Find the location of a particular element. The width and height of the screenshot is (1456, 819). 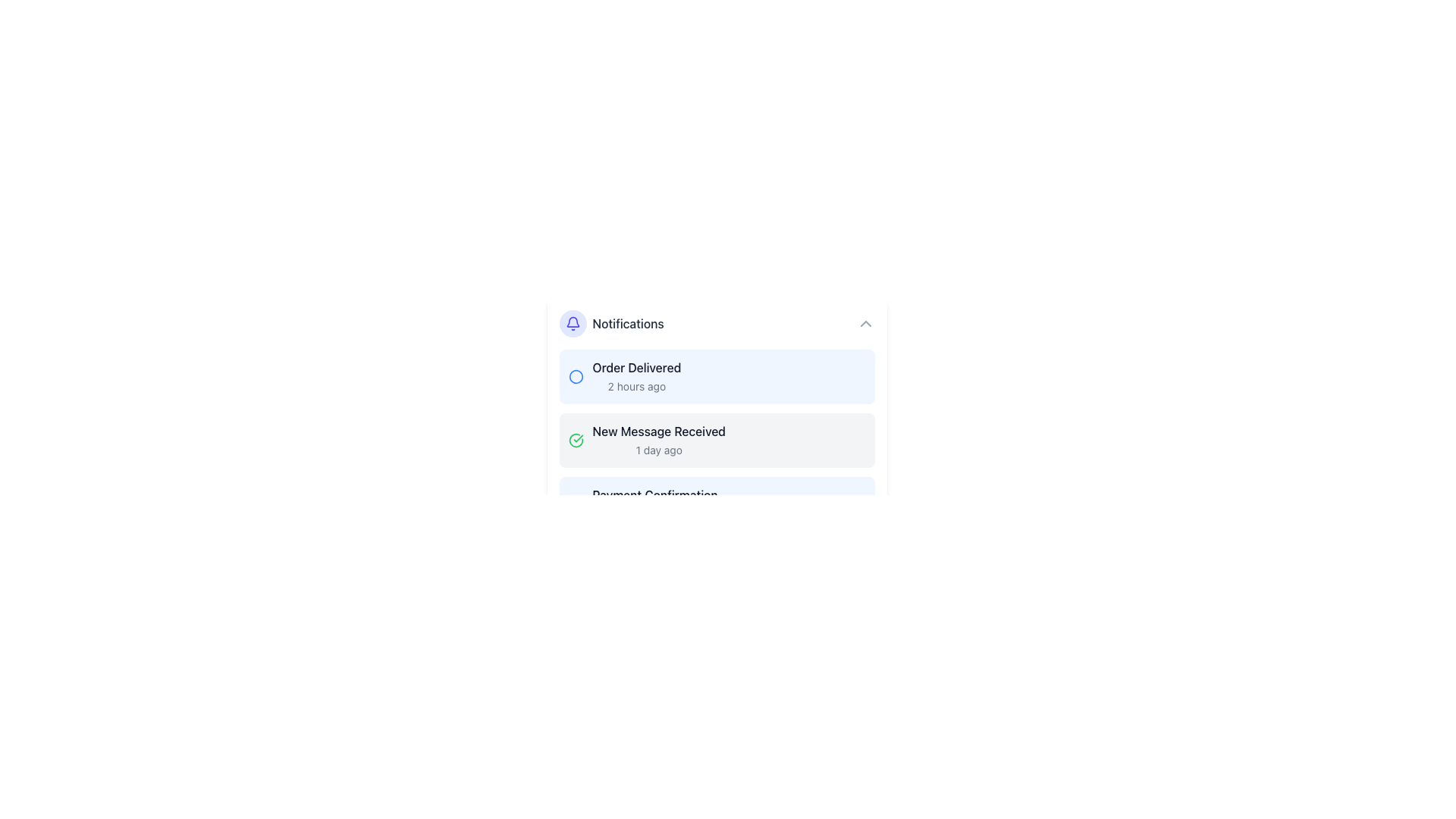

the second notification item in the notifications list is located at coordinates (659, 441).